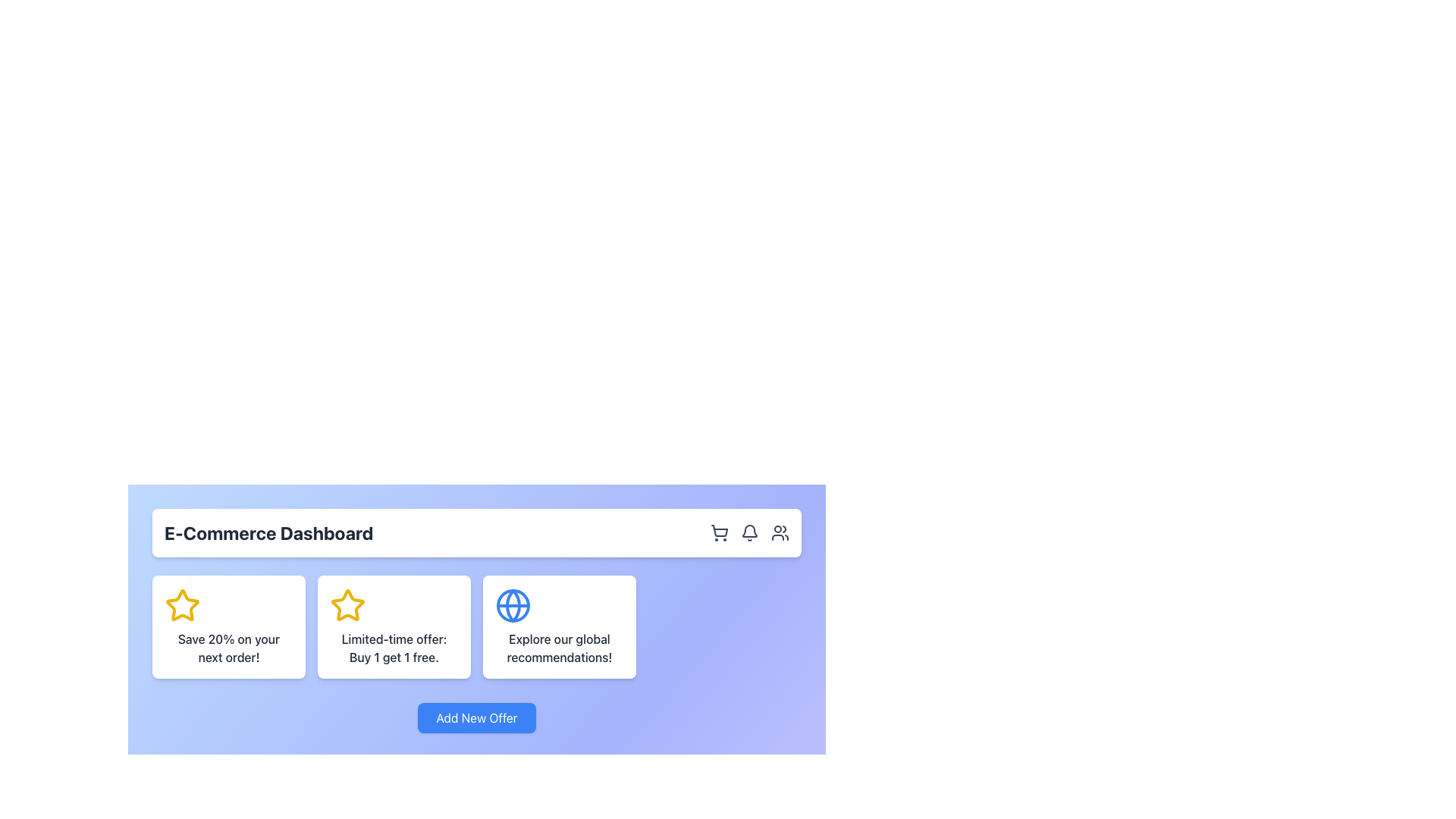 This screenshot has height=819, width=1456. I want to click on the first Informational Card that contains a large yellow star icon and the text 'Save 20% on your next order!' positioned at the top left corner of the grid, so click(228, 626).